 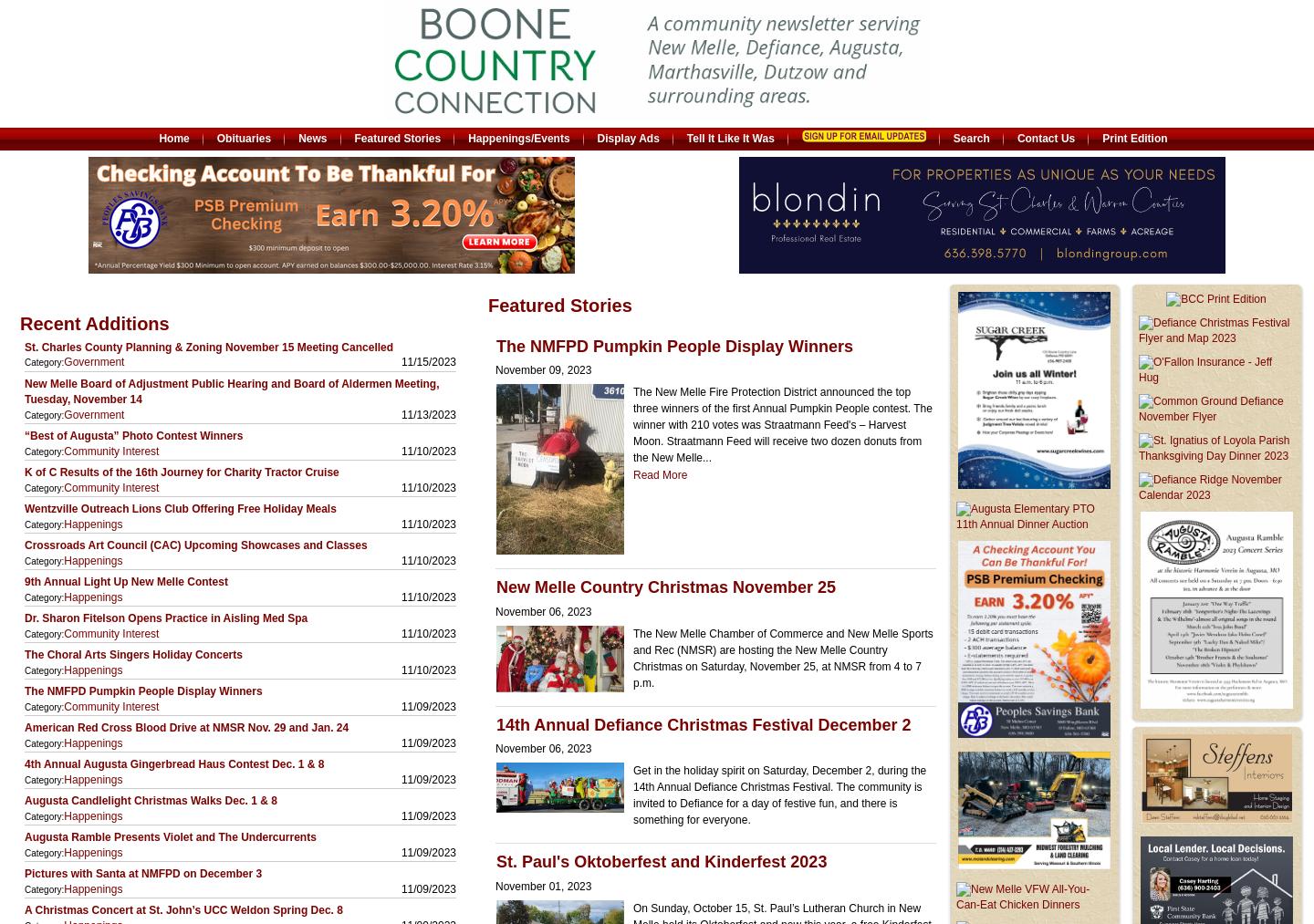 I want to click on 'Recent Additions', so click(x=94, y=323).